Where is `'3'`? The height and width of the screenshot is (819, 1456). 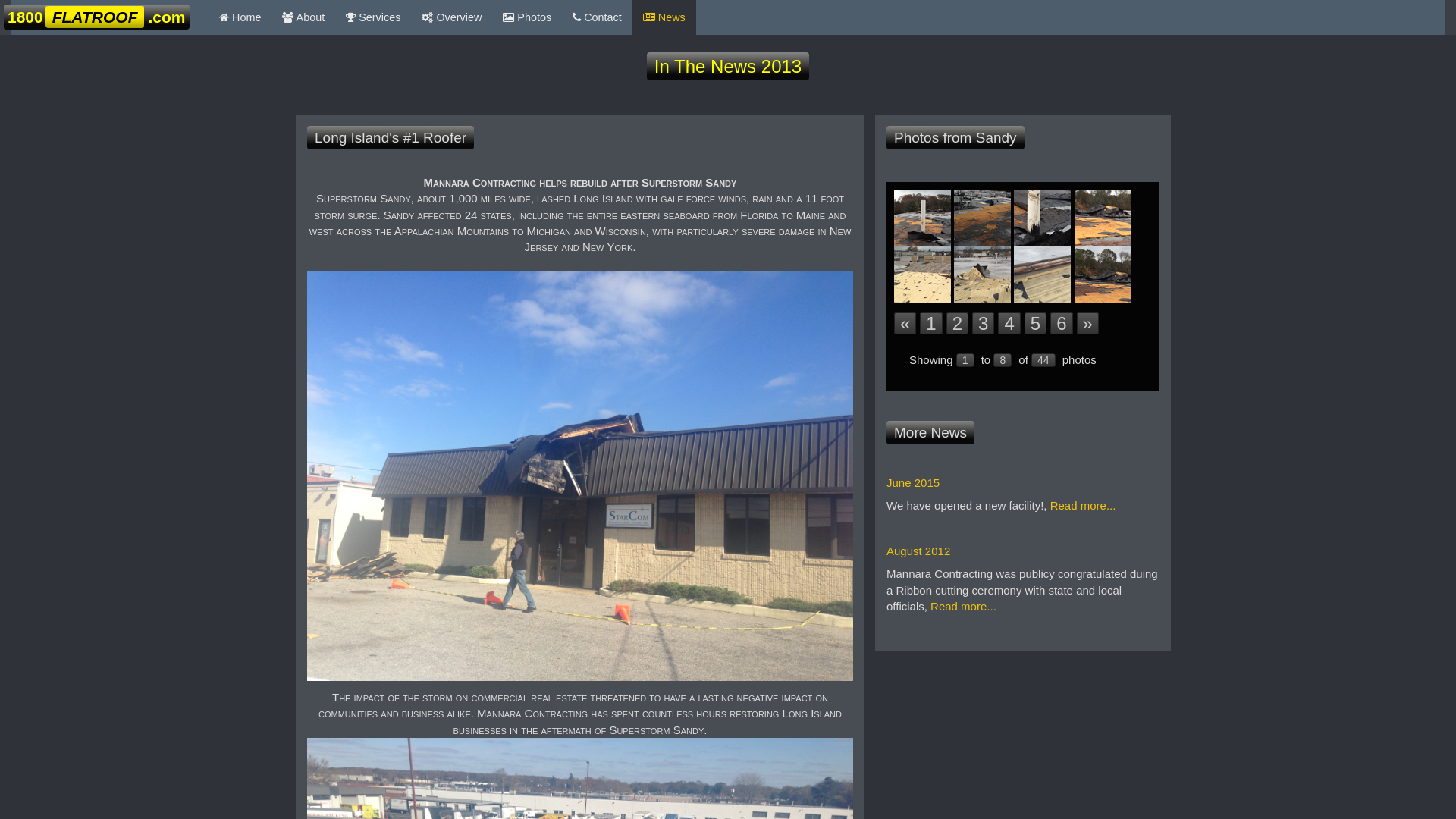
'3' is located at coordinates (983, 322).